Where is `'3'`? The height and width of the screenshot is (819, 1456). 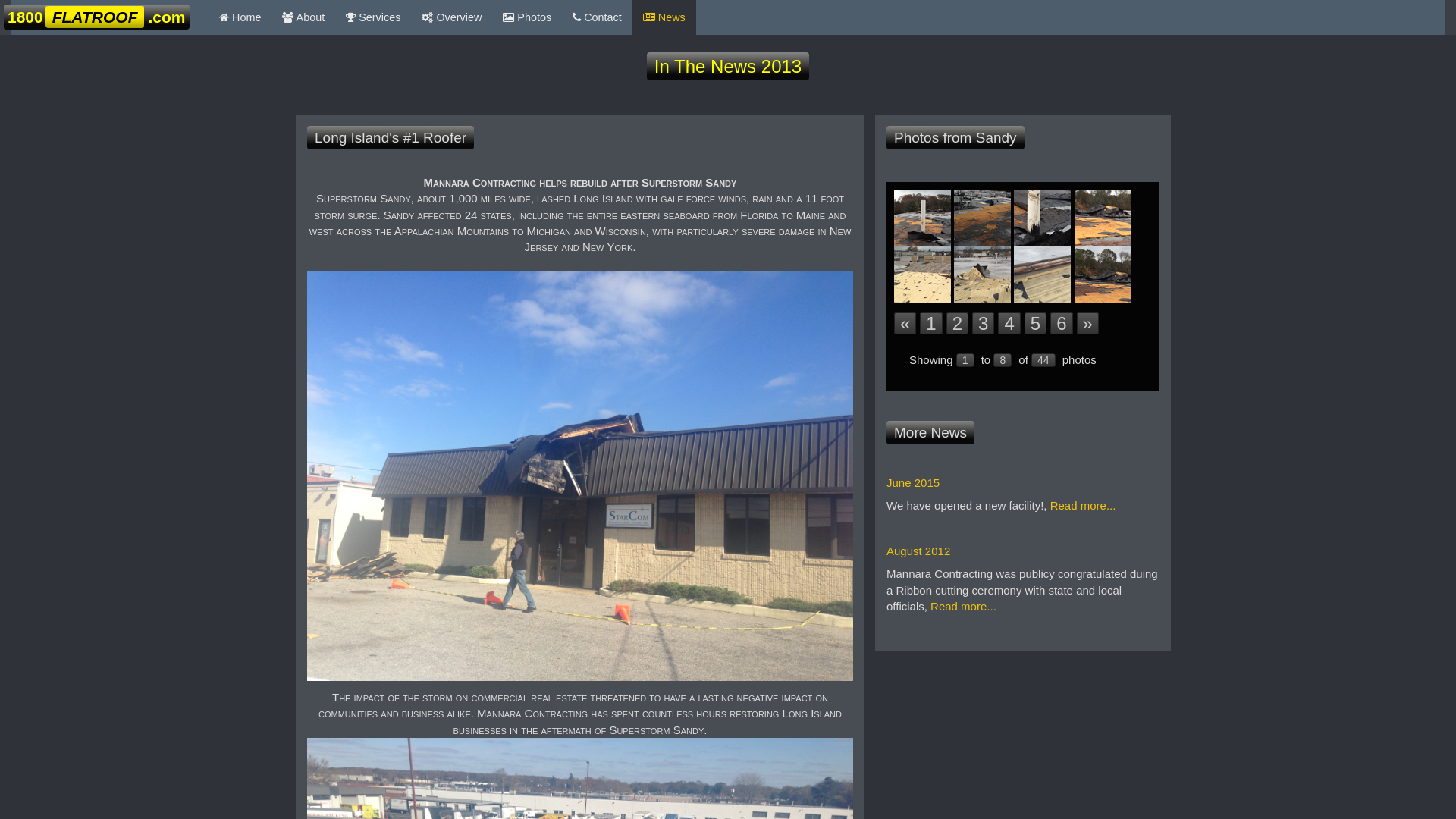
'3' is located at coordinates (983, 322).